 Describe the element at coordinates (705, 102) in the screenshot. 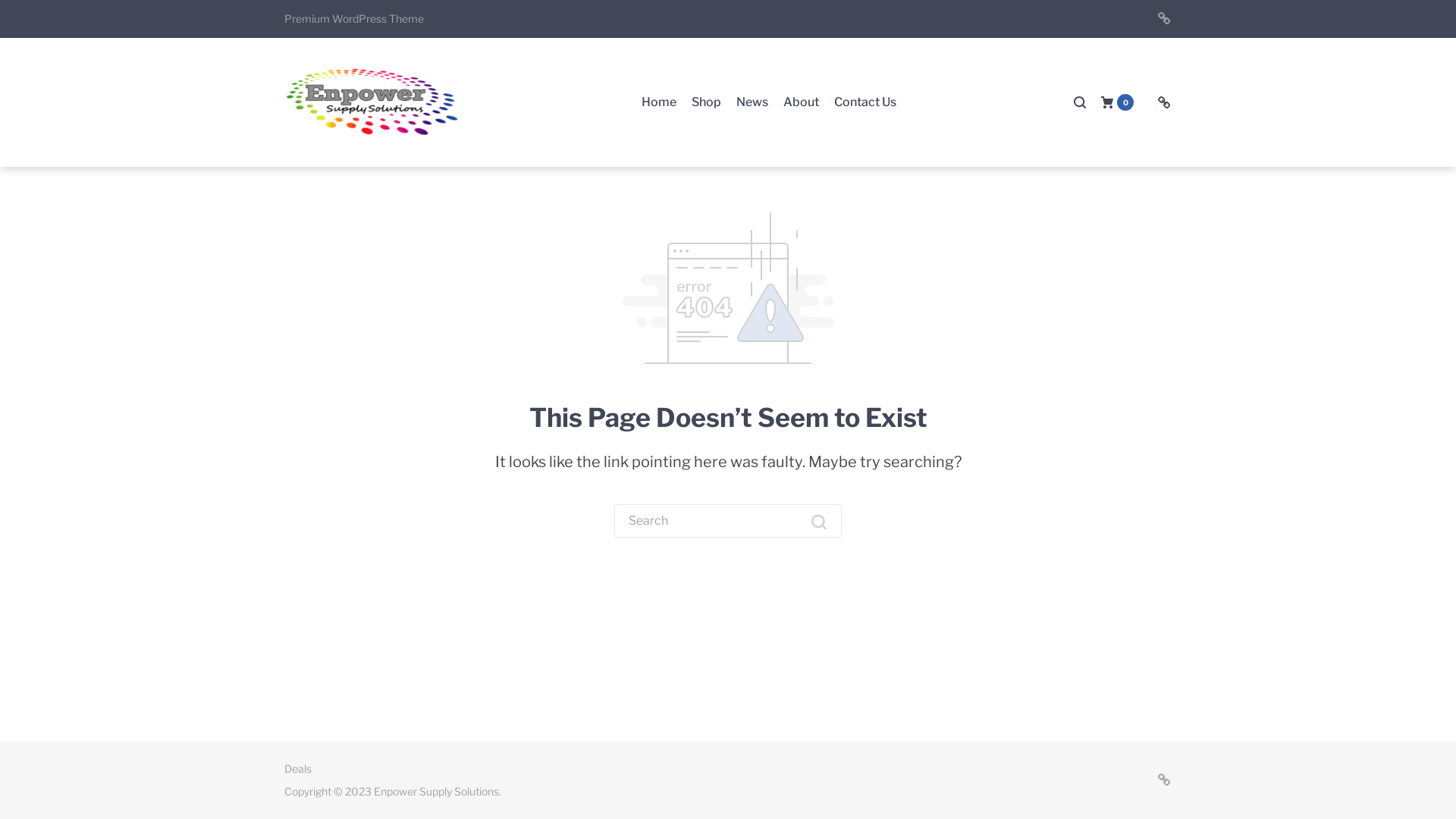

I see `'Shop'` at that location.